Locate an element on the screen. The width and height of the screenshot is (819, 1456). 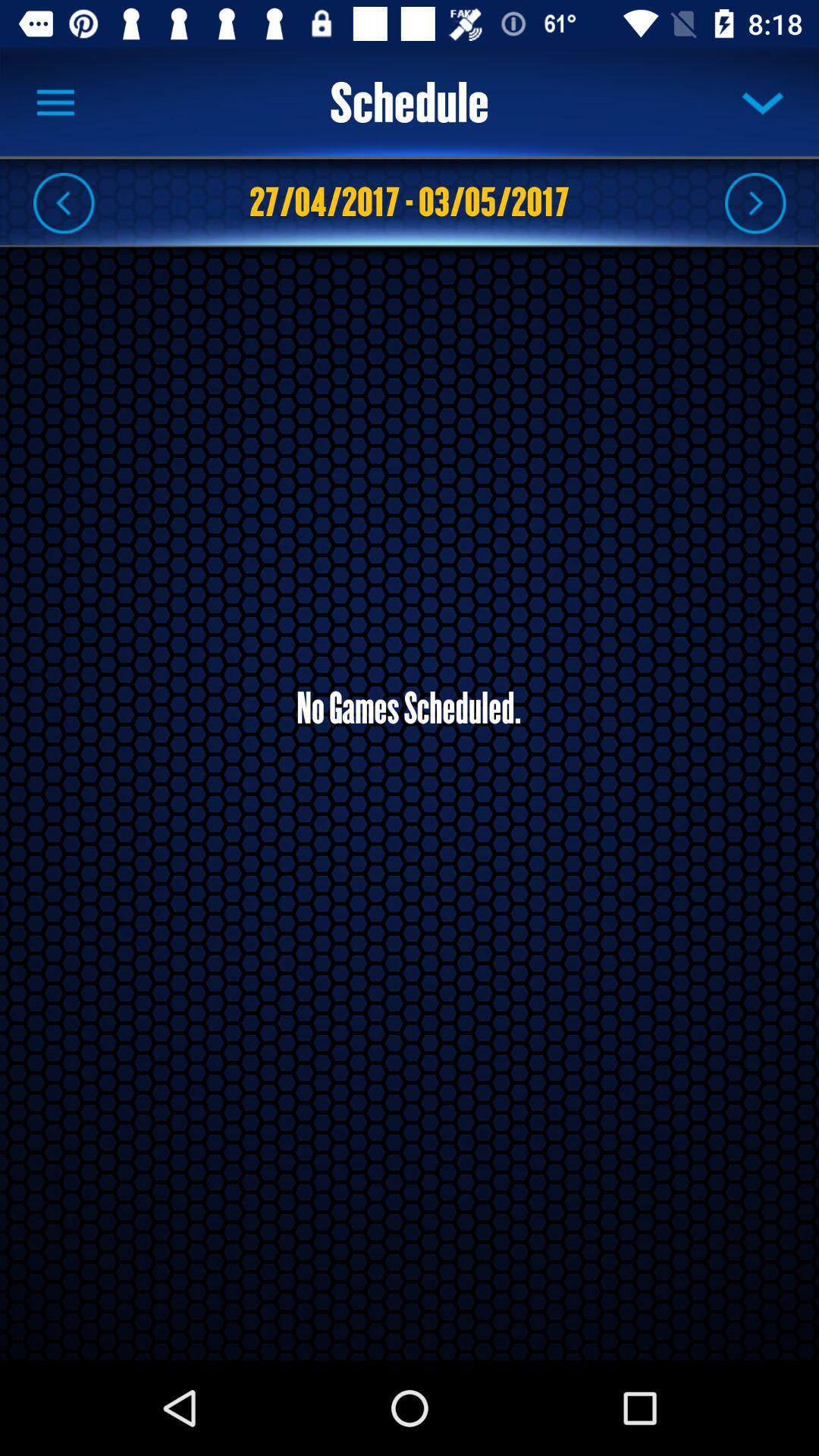
fair ward is located at coordinates (755, 202).